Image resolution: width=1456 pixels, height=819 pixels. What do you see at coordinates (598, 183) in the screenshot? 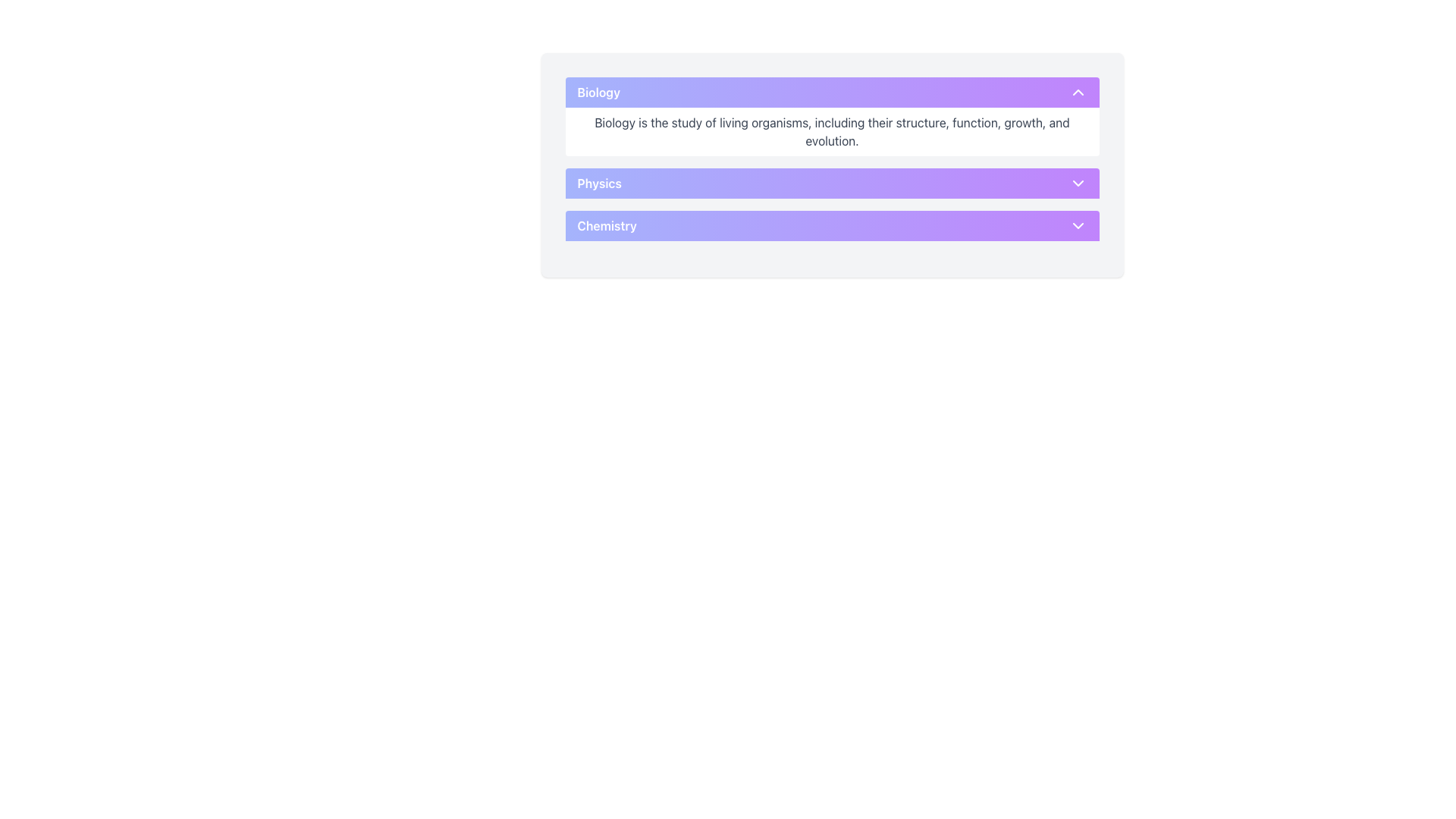
I see `text content of the descriptive label located on the left side of a horizontal bar with a gradient background transitioning from indigo to purple` at bounding box center [598, 183].